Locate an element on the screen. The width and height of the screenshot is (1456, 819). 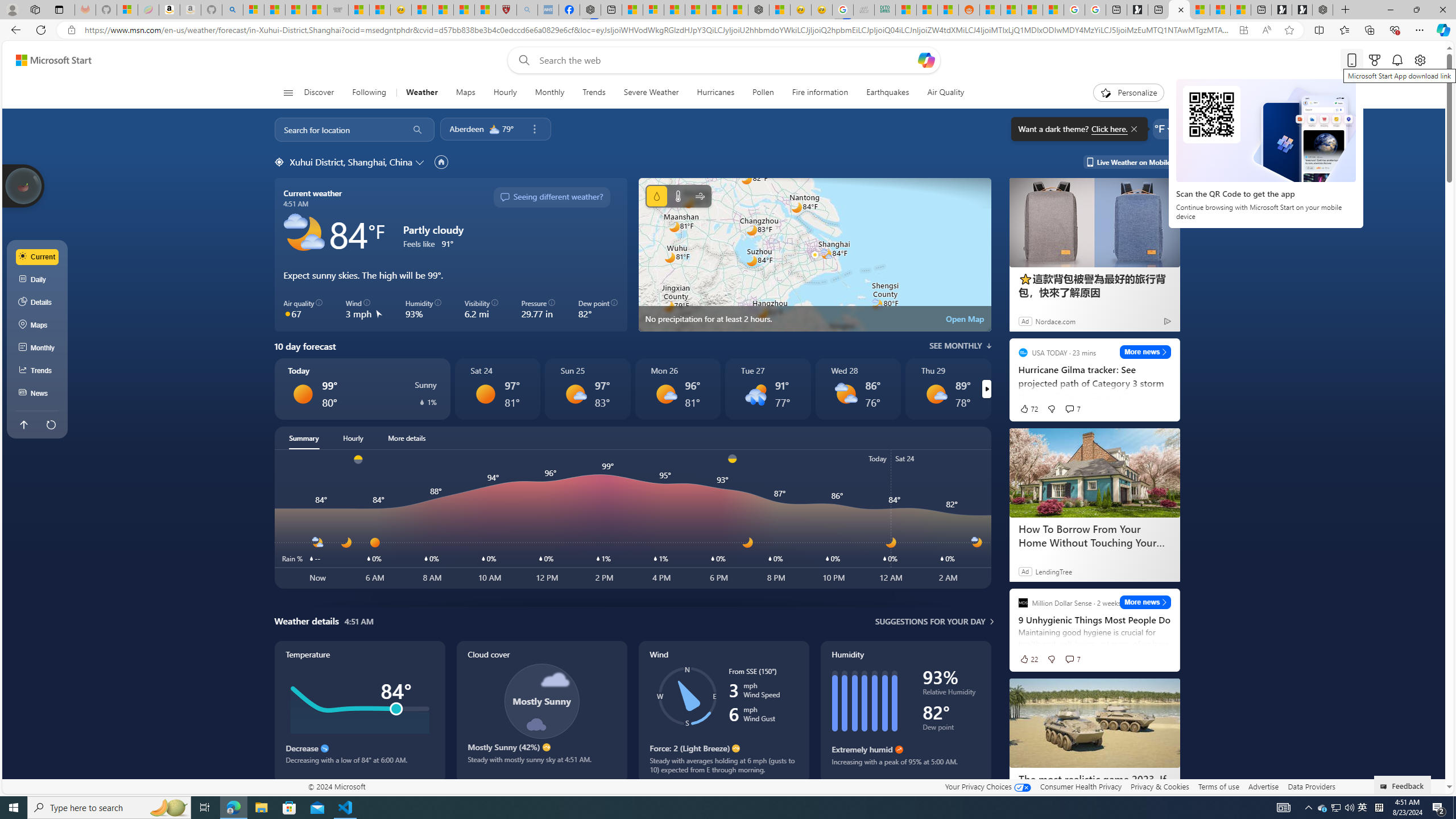
'Humidity' is located at coordinates (905, 712).